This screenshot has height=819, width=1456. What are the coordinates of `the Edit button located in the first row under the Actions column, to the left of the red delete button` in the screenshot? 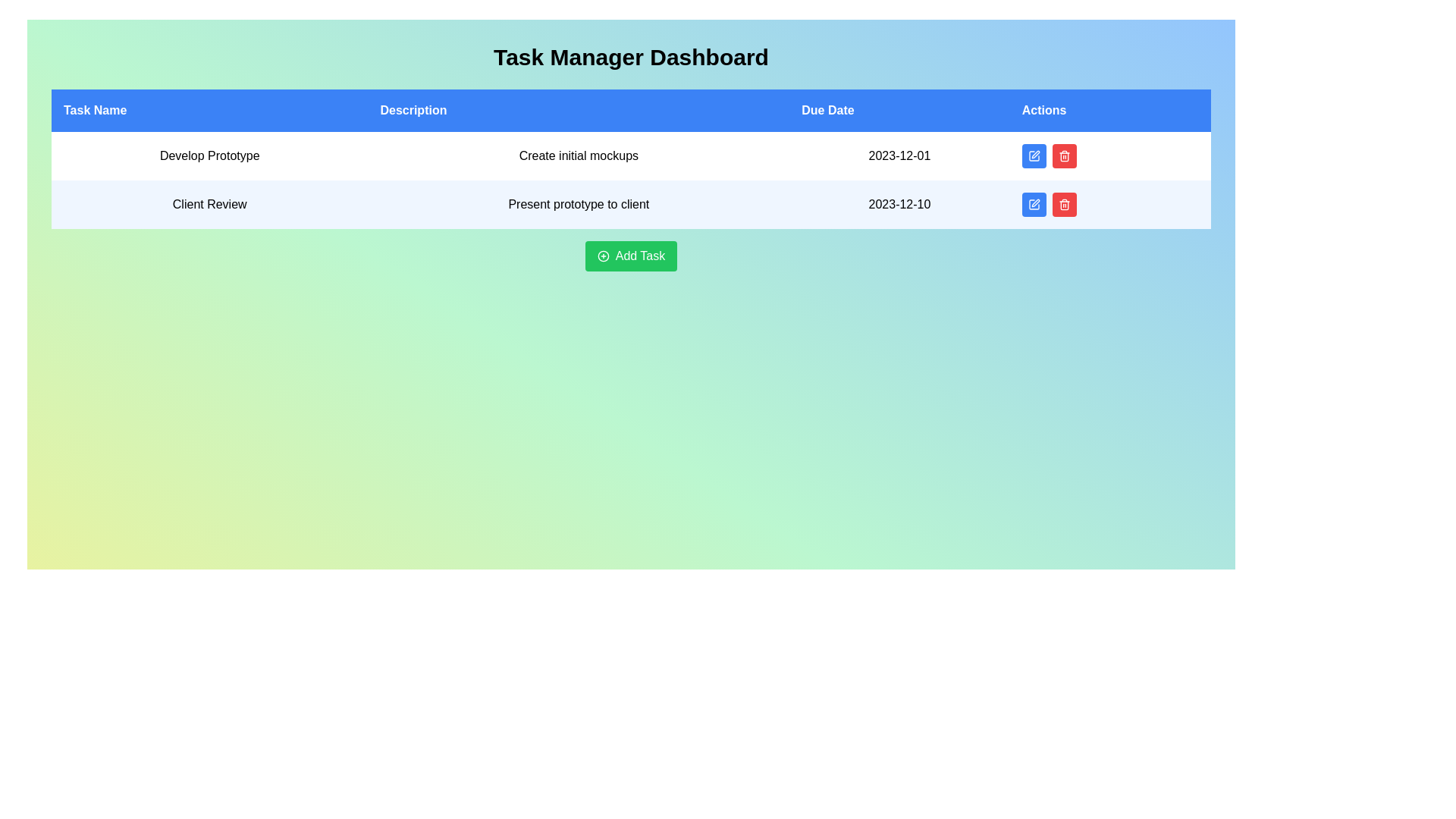 It's located at (1033, 155).